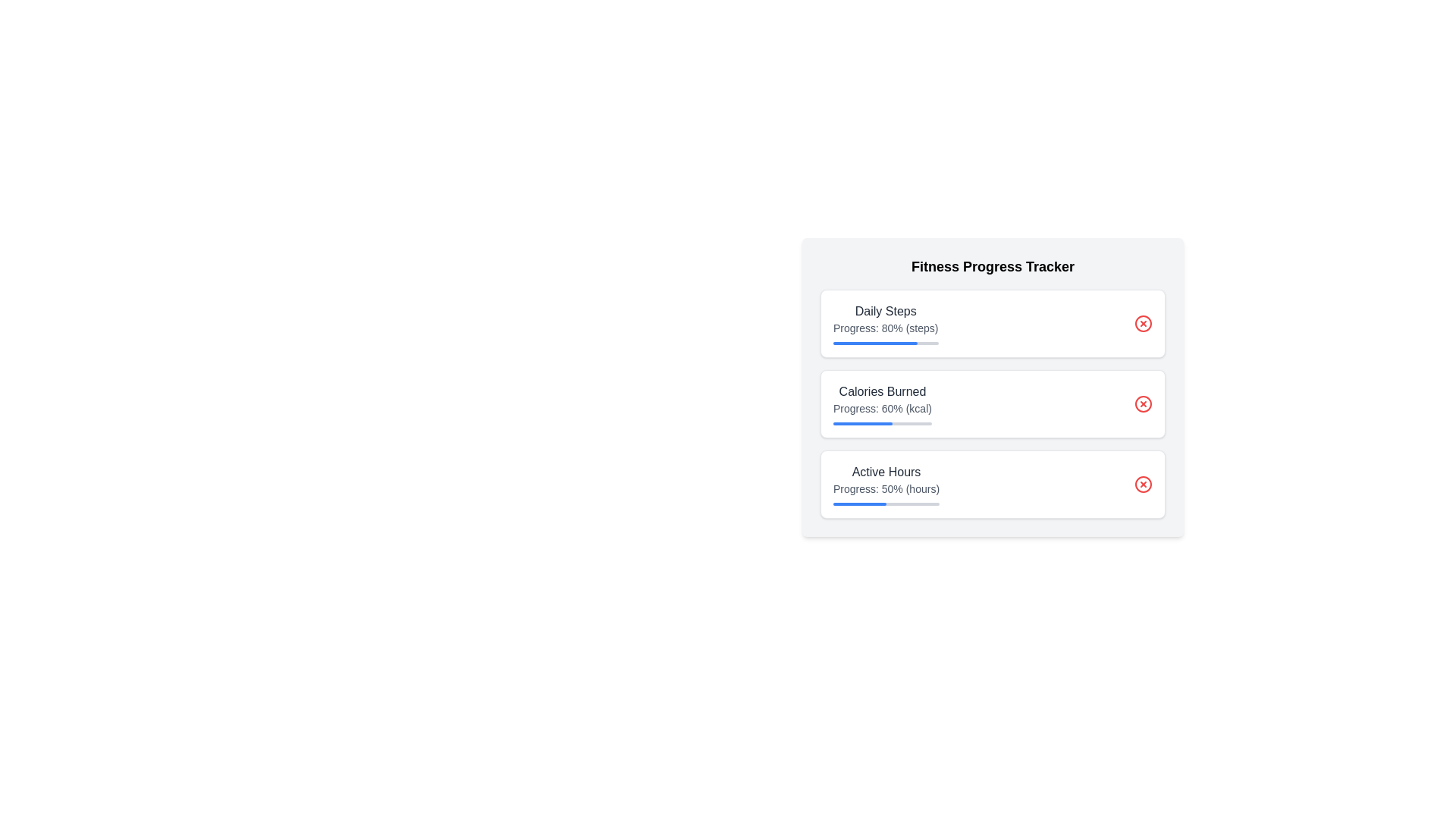 This screenshot has width=1456, height=819. I want to click on the Text display that shows the progress of a step goal, located below the 'Daily Steps' headline and above the progress bar, so click(886, 327).